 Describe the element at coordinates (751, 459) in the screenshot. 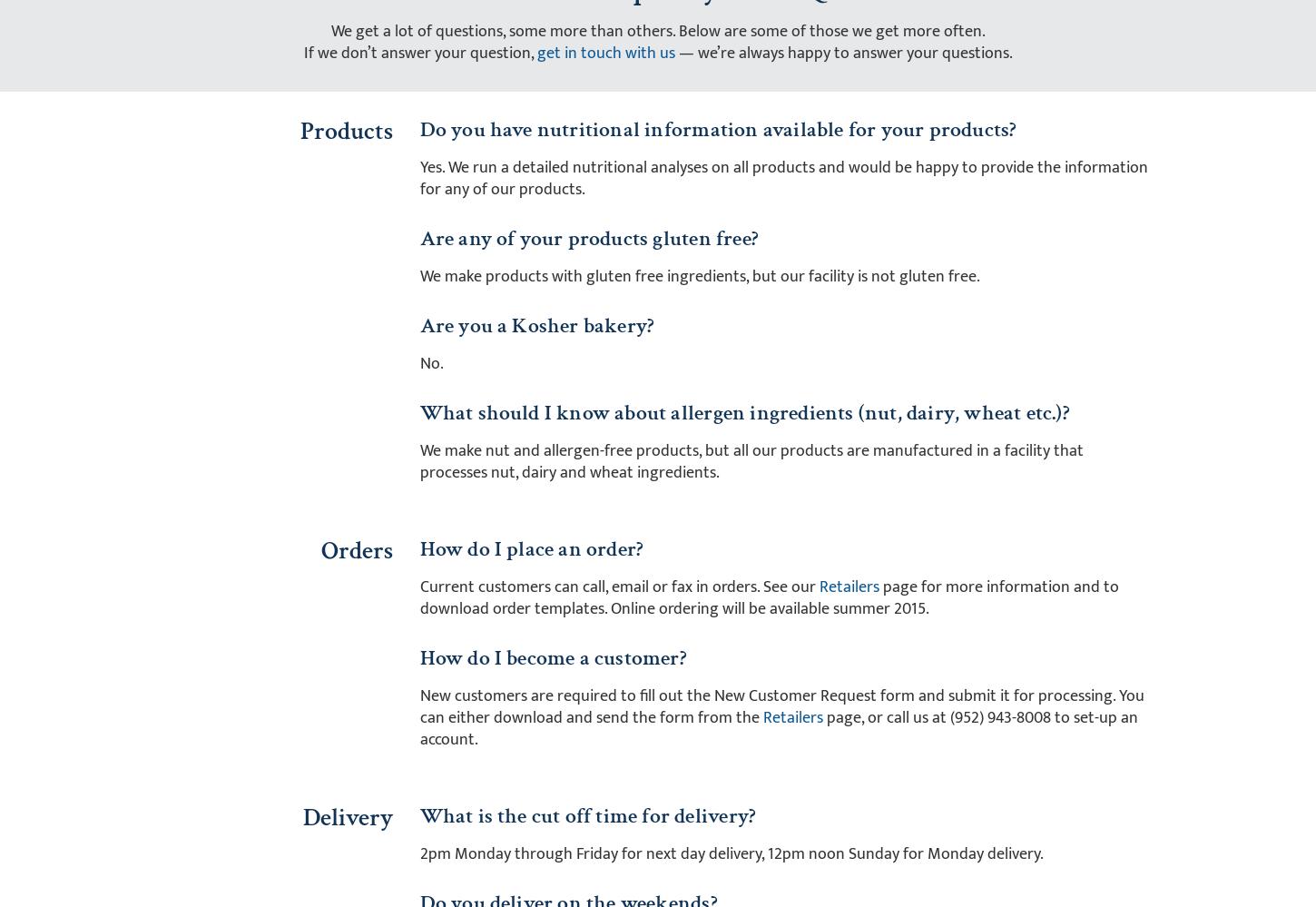

I see `'We make nut and allergen-free products, but all our products are manufactured in a facility that processes nut, dairy and wheat ingredients.'` at that location.